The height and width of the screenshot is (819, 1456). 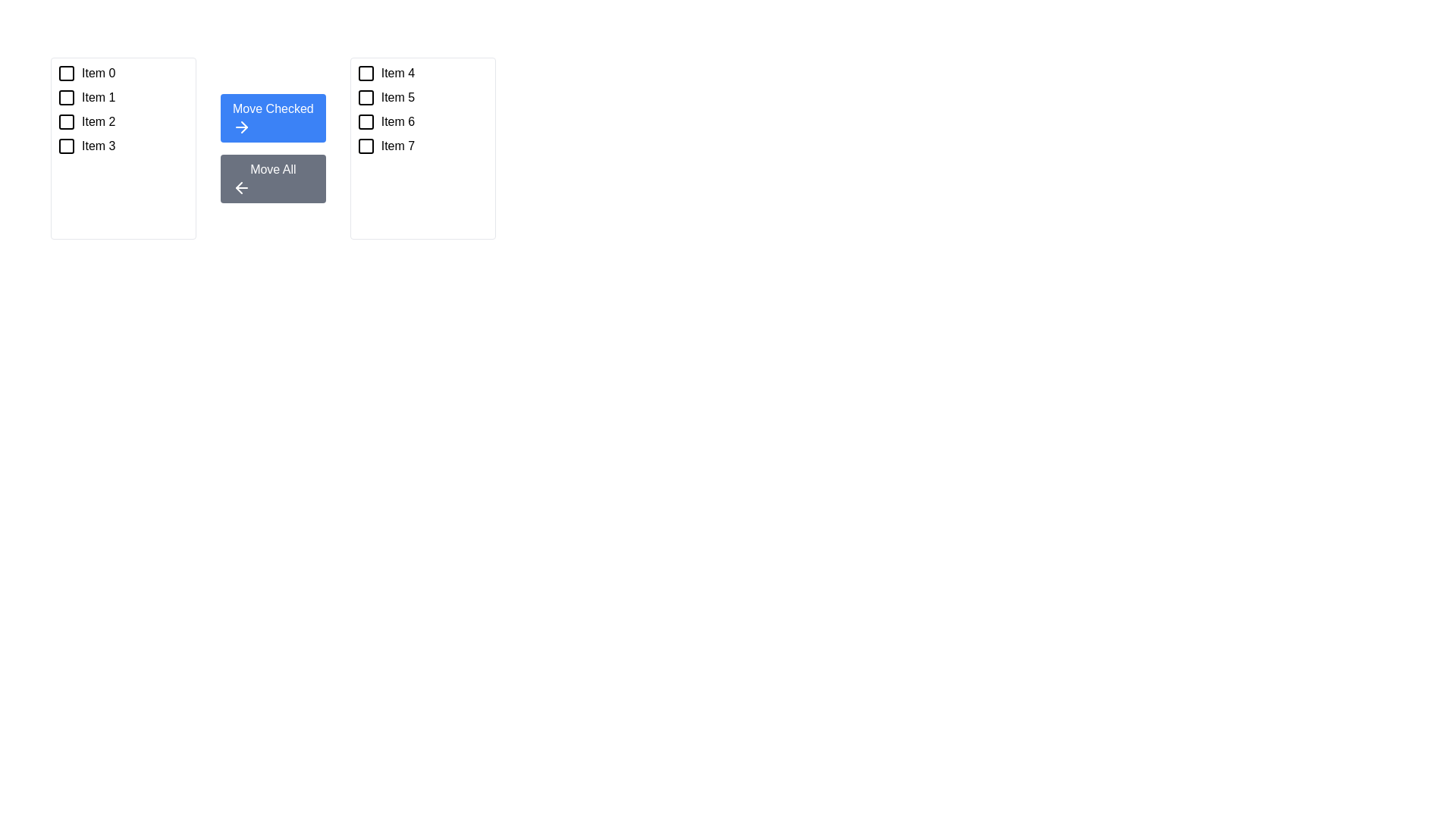 What do you see at coordinates (422, 97) in the screenshot?
I see `the second checkbox list item located below 'Item 4' and above 'Item 6'` at bounding box center [422, 97].